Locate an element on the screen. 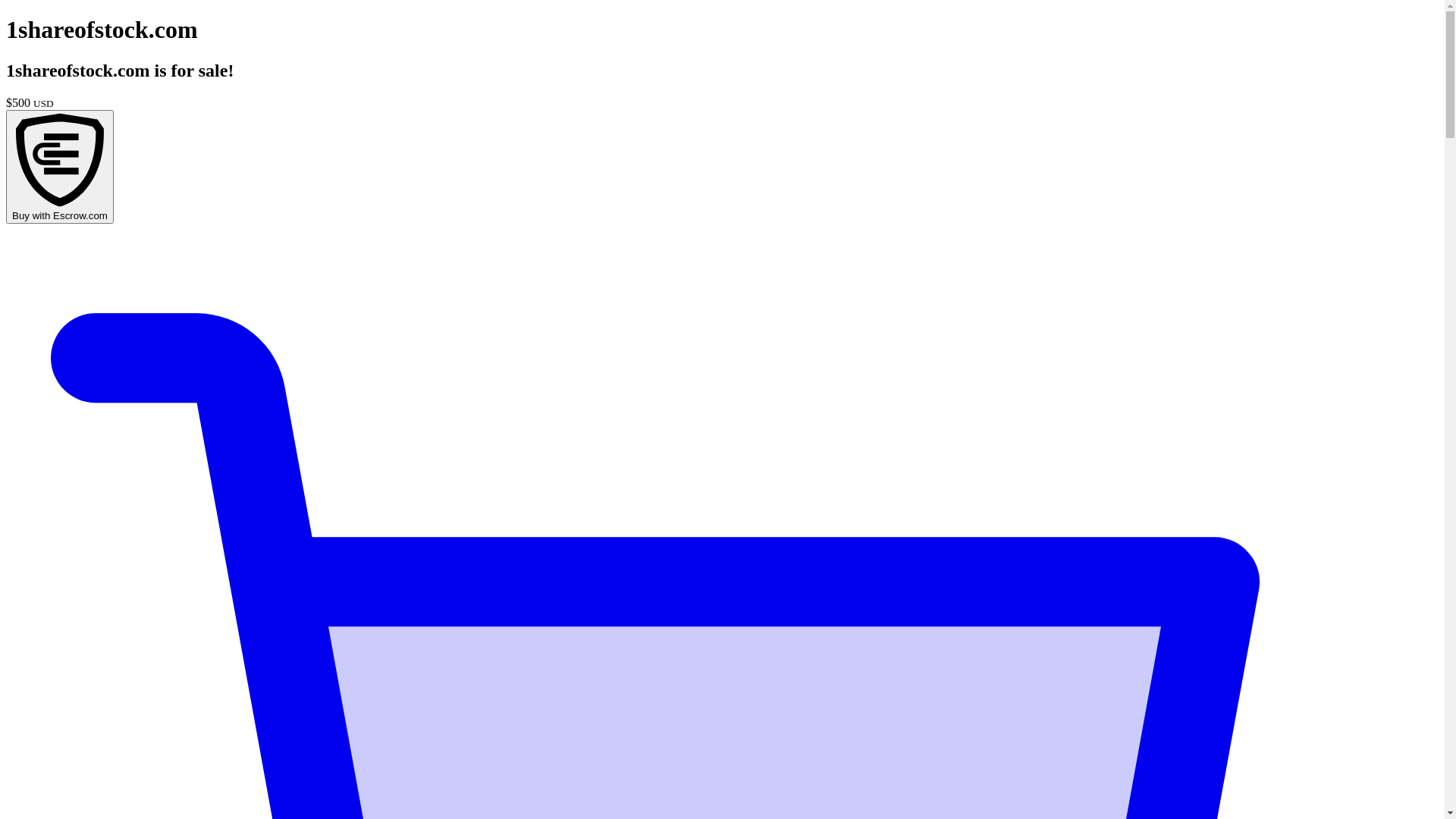 Image resolution: width=1456 pixels, height=819 pixels. 'Buy with Escrow.com' is located at coordinates (59, 166).